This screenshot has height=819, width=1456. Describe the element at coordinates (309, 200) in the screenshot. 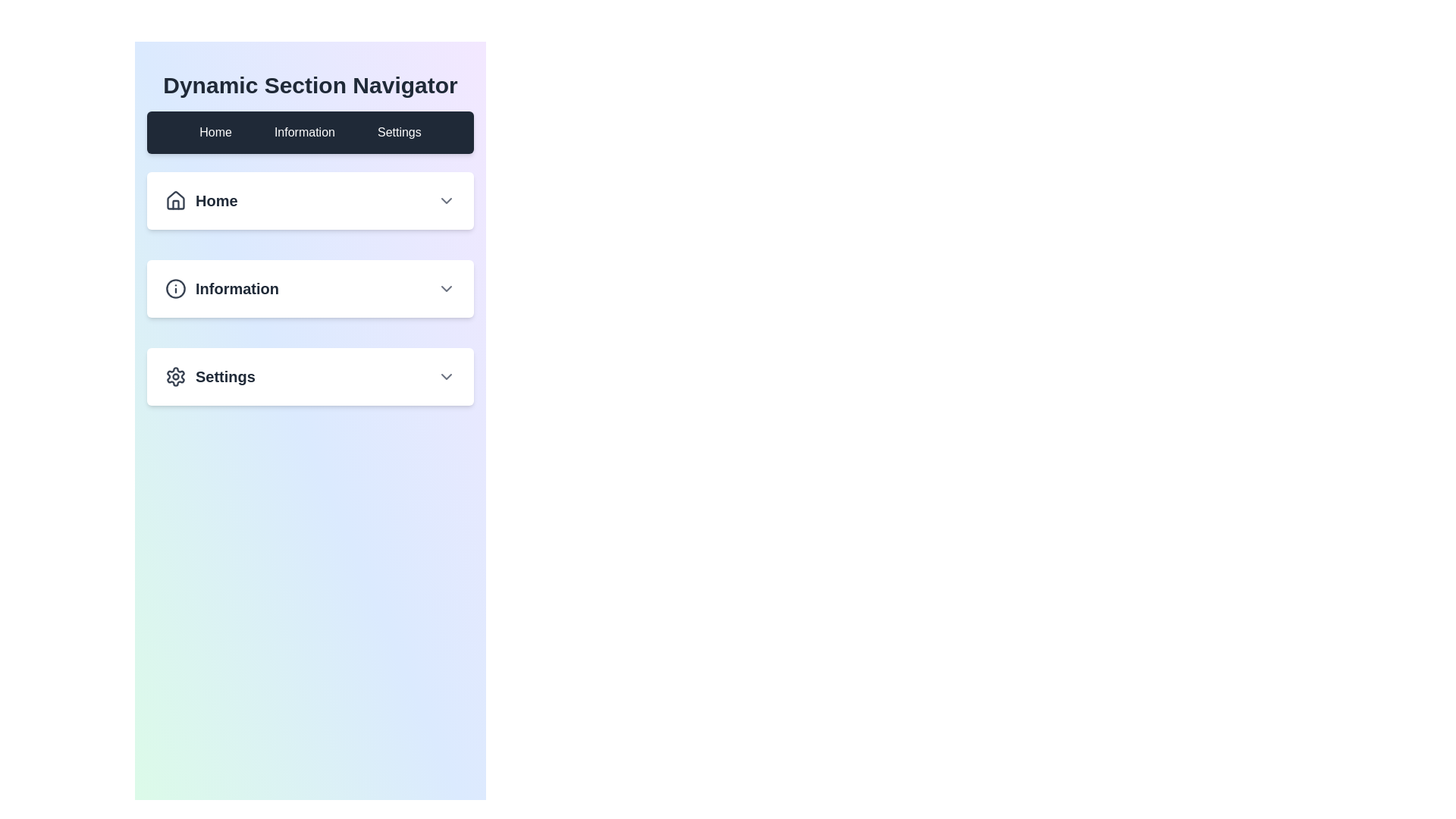

I see `the dropdown arrow on the clickable navigation item labeled 'Home'` at that location.